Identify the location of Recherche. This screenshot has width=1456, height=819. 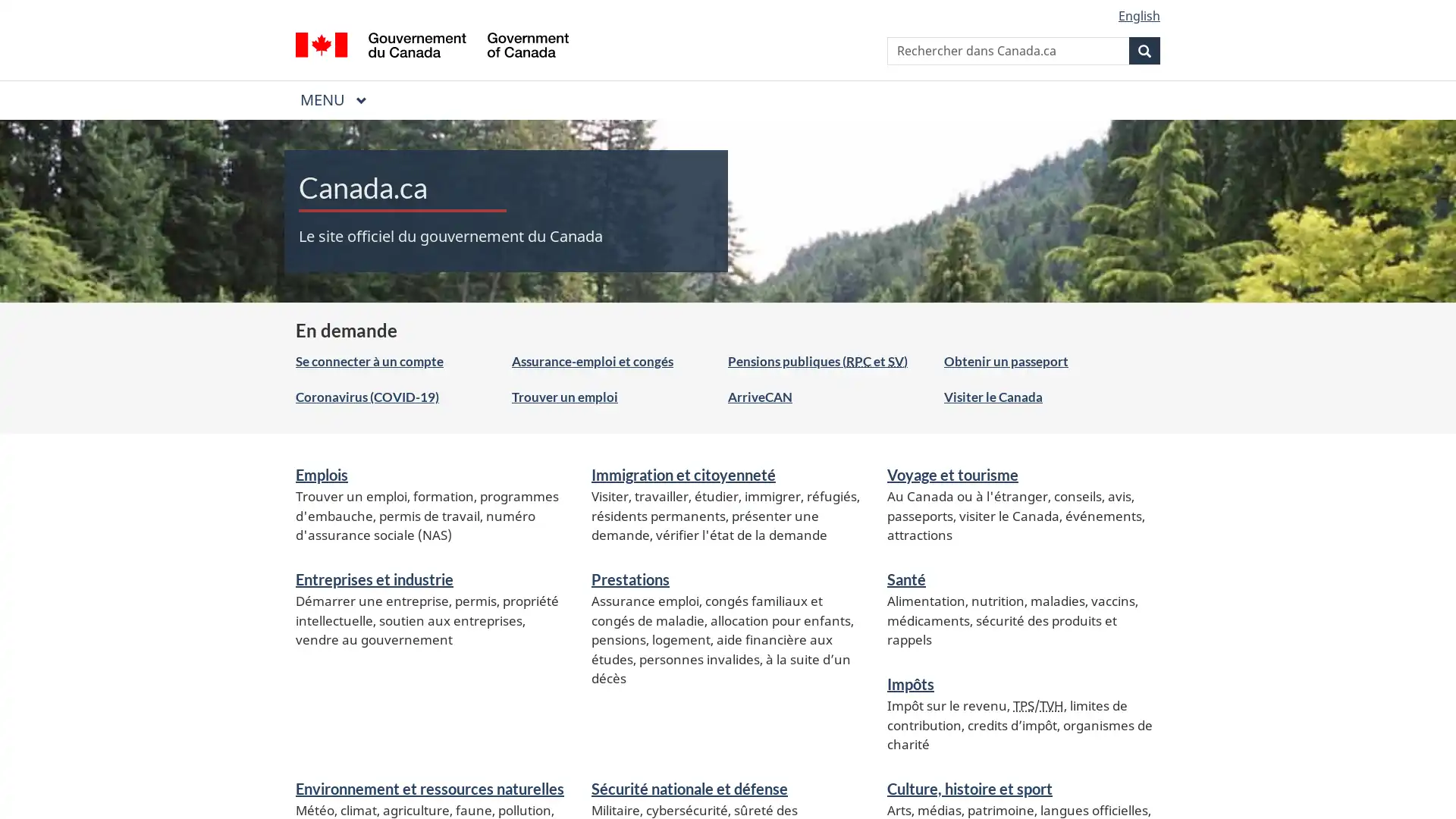
(1144, 49).